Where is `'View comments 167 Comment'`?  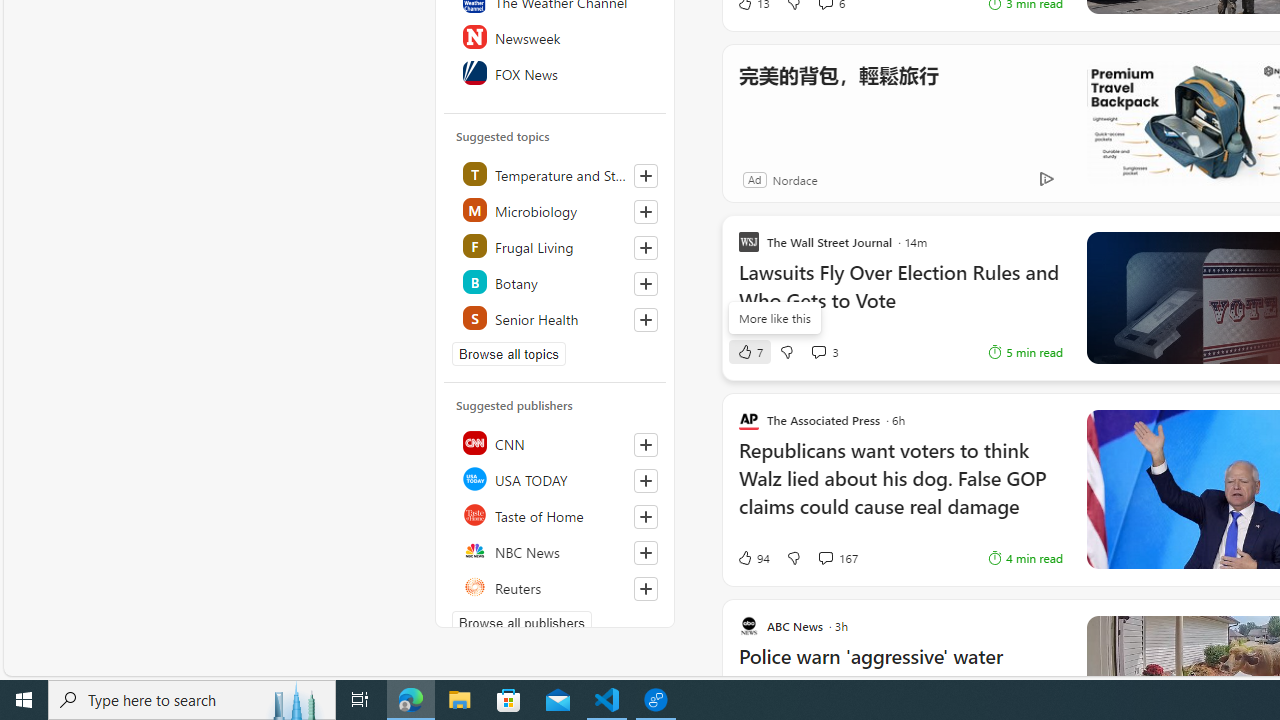 'View comments 167 Comment' is located at coordinates (837, 558).